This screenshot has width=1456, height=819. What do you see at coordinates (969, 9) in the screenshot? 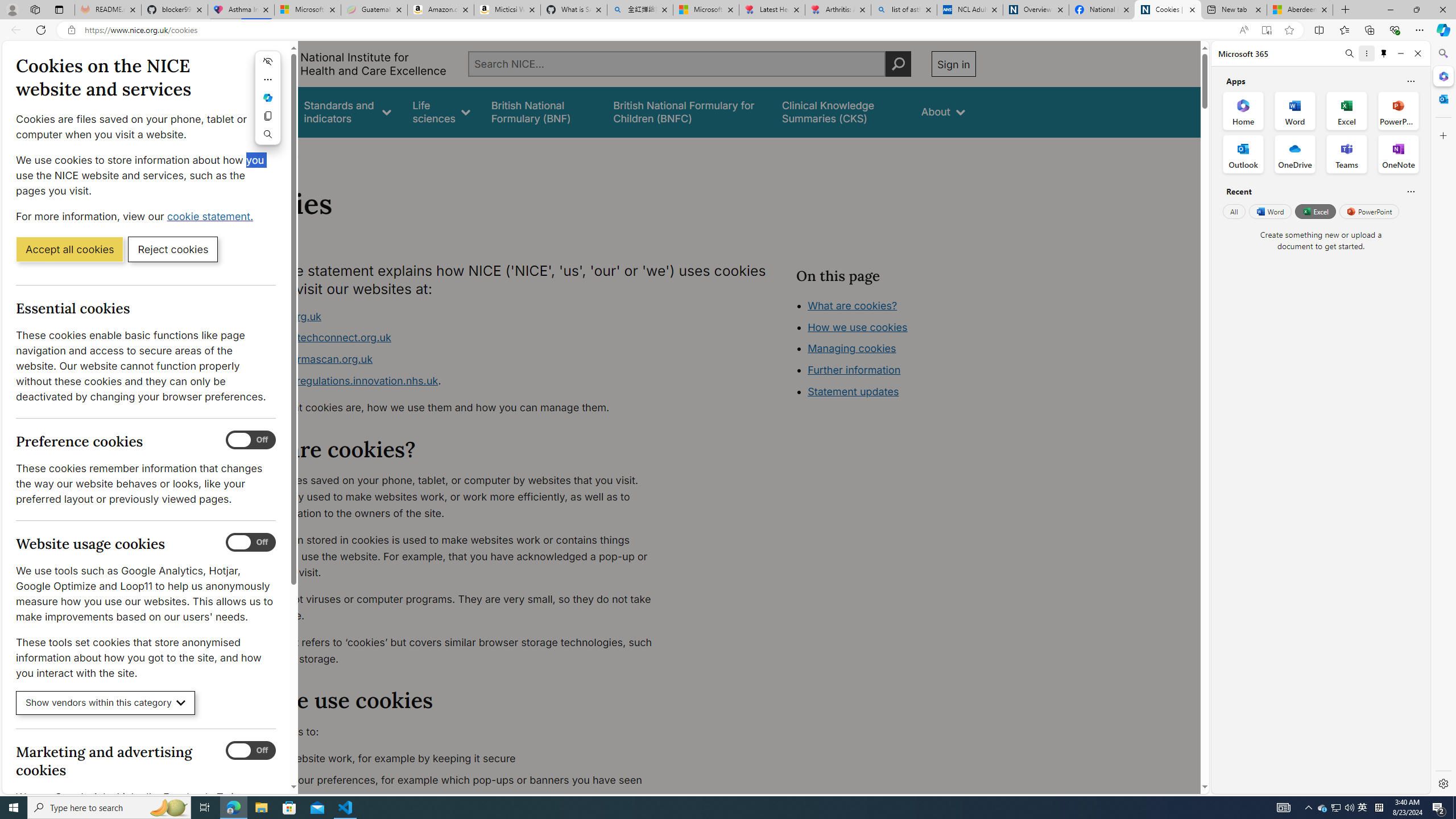
I see `'NCL Adult Asthma Inhaler Choice Guideline'` at bounding box center [969, 9].